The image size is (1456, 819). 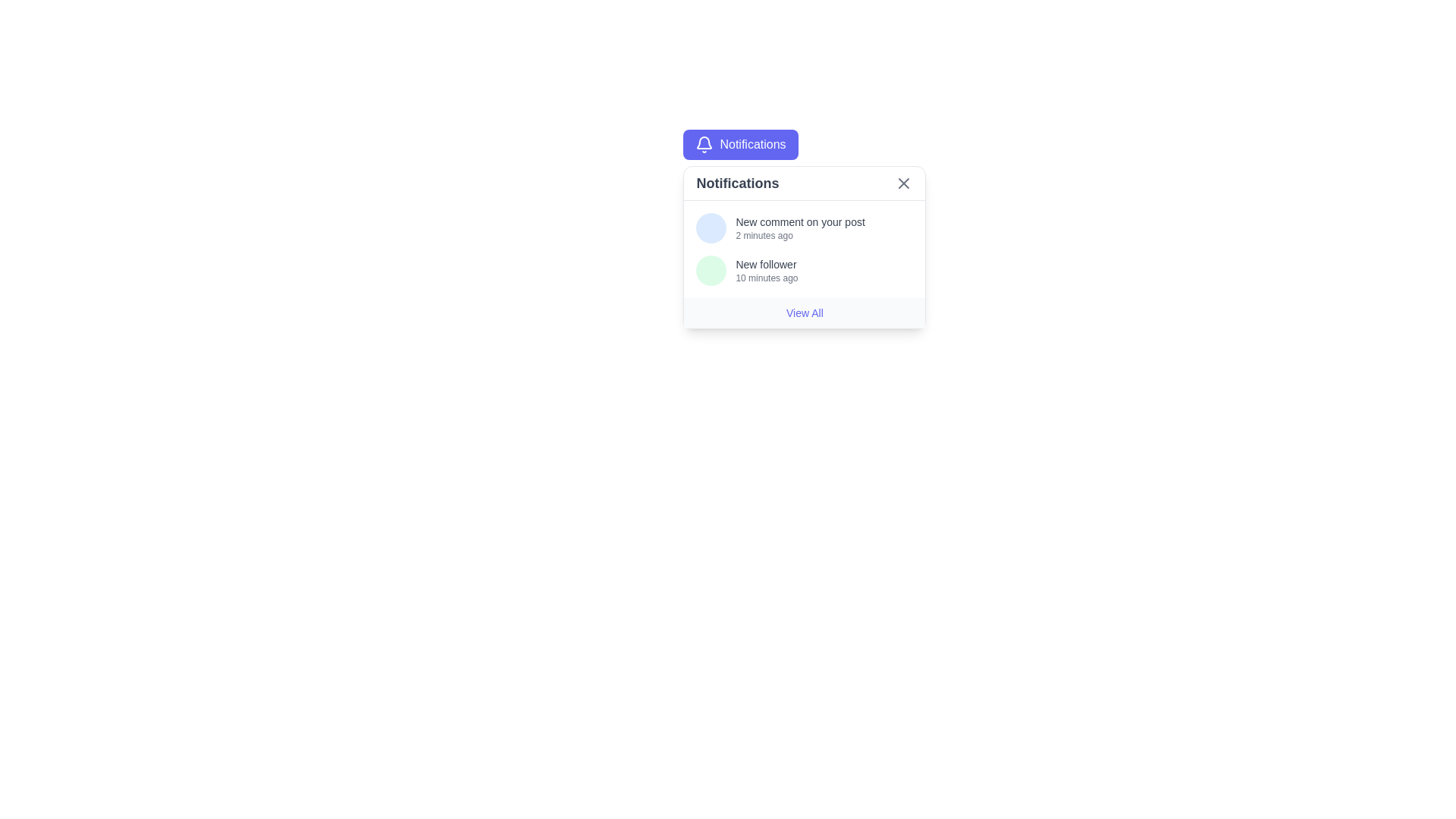 I want to click on the Close button icon located at the top-right corner of the Notifications dropdown interface to enable keyboard interaction, so click(x=904, y=183).